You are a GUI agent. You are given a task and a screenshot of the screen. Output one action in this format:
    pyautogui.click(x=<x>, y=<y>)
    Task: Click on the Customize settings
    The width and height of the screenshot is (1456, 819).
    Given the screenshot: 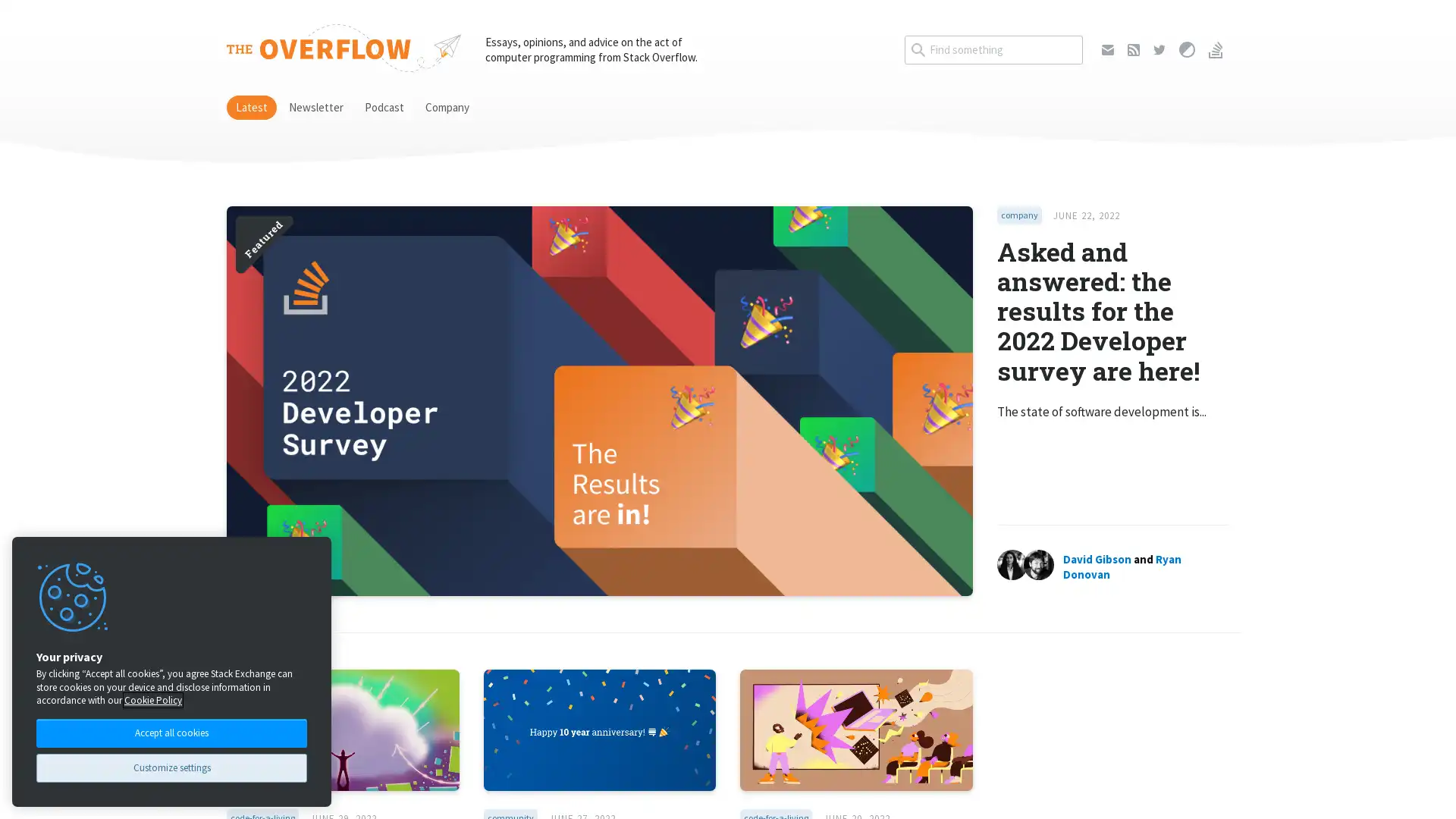 What is the action you would take?
    pyautogui.click(x=171, y=767)
    